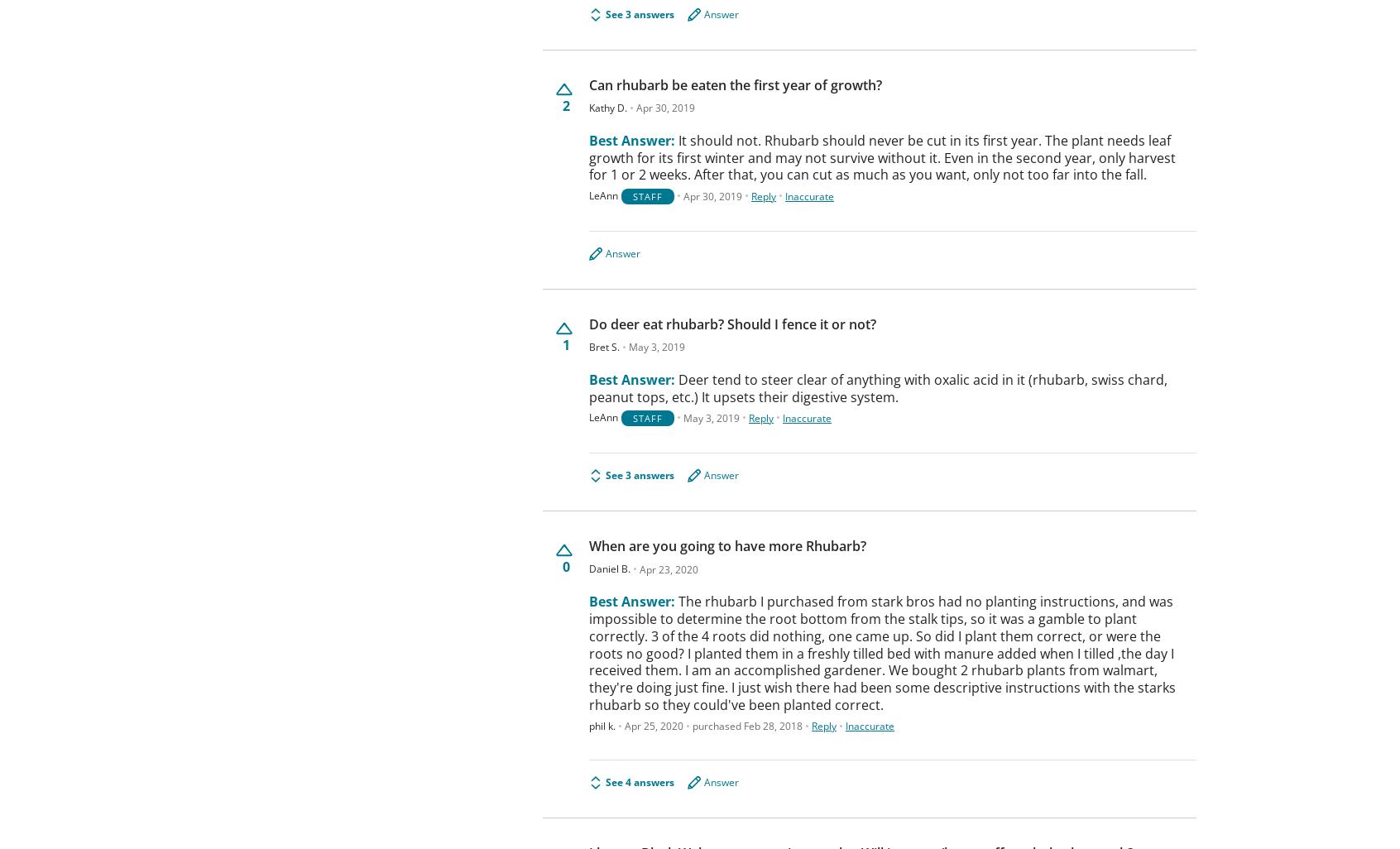 This screenshot has width=1400, height=849. Describe the element at coordinates (587, 156) in the screenshot. I see `'It should not. Rhubarb should never be cut in its first year. The plant needs leaf growth for its first winter and may not survive without it. Even in the second  year, only harvest for 1 or 2 weeks. After that, you can cut as much as you want, only not too far into the fall.'` at that location.